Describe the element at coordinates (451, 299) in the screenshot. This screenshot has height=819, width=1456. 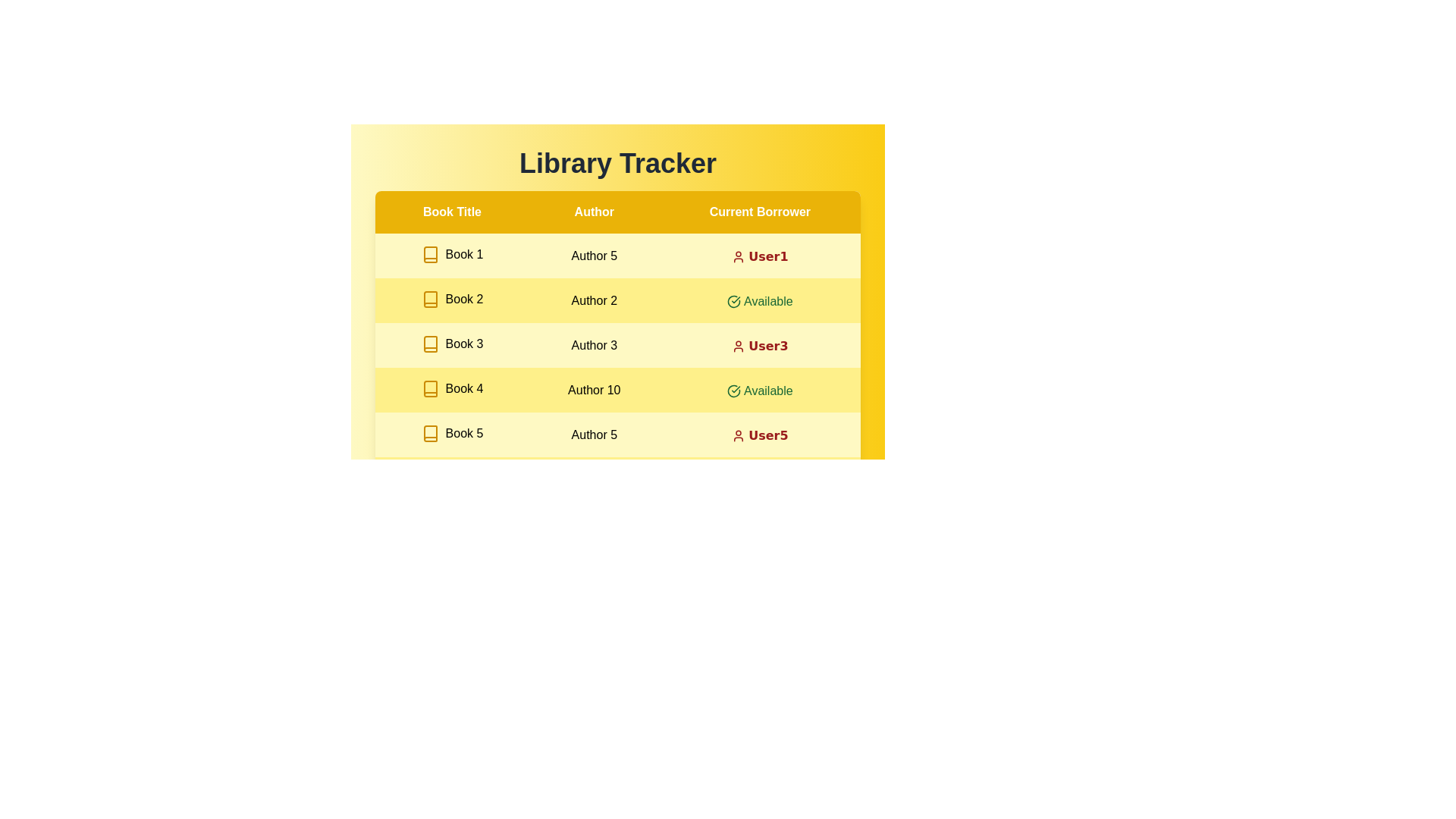
I see `the book title Book 2 to inspect its details` at that location.